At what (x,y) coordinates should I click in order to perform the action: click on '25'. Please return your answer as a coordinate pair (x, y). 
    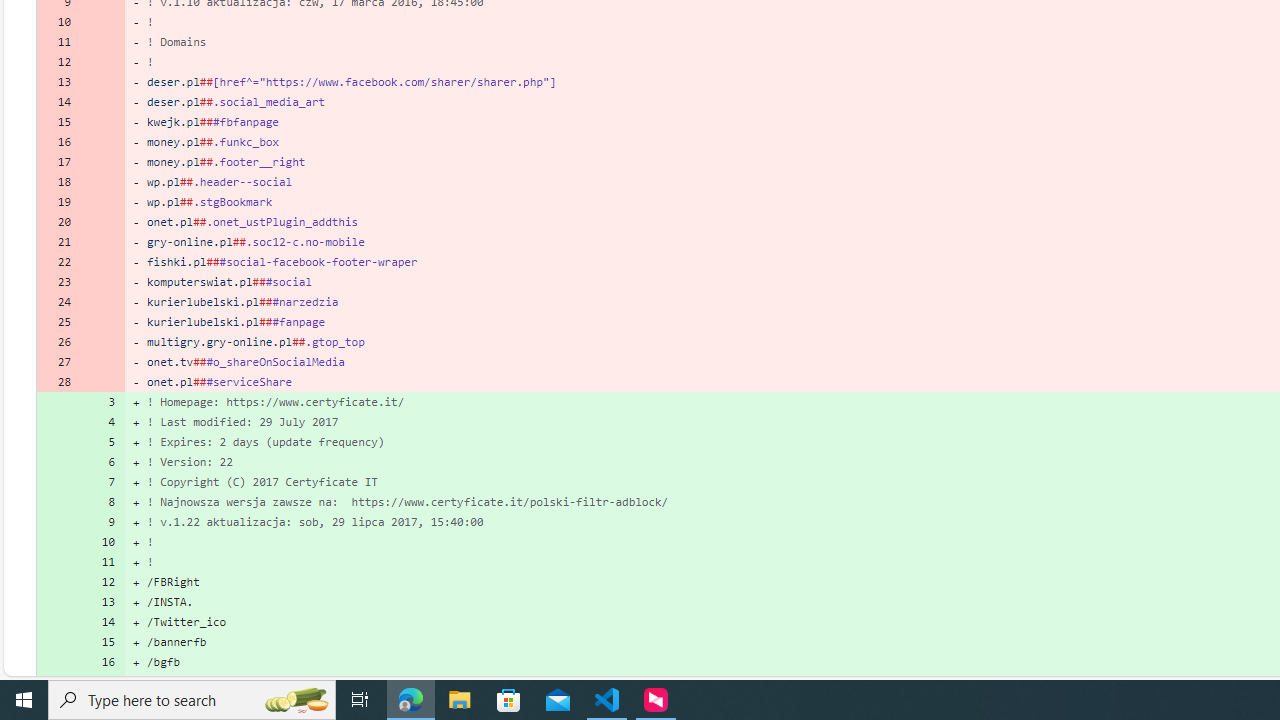
    Looking at the image, I should click on (58, 320).